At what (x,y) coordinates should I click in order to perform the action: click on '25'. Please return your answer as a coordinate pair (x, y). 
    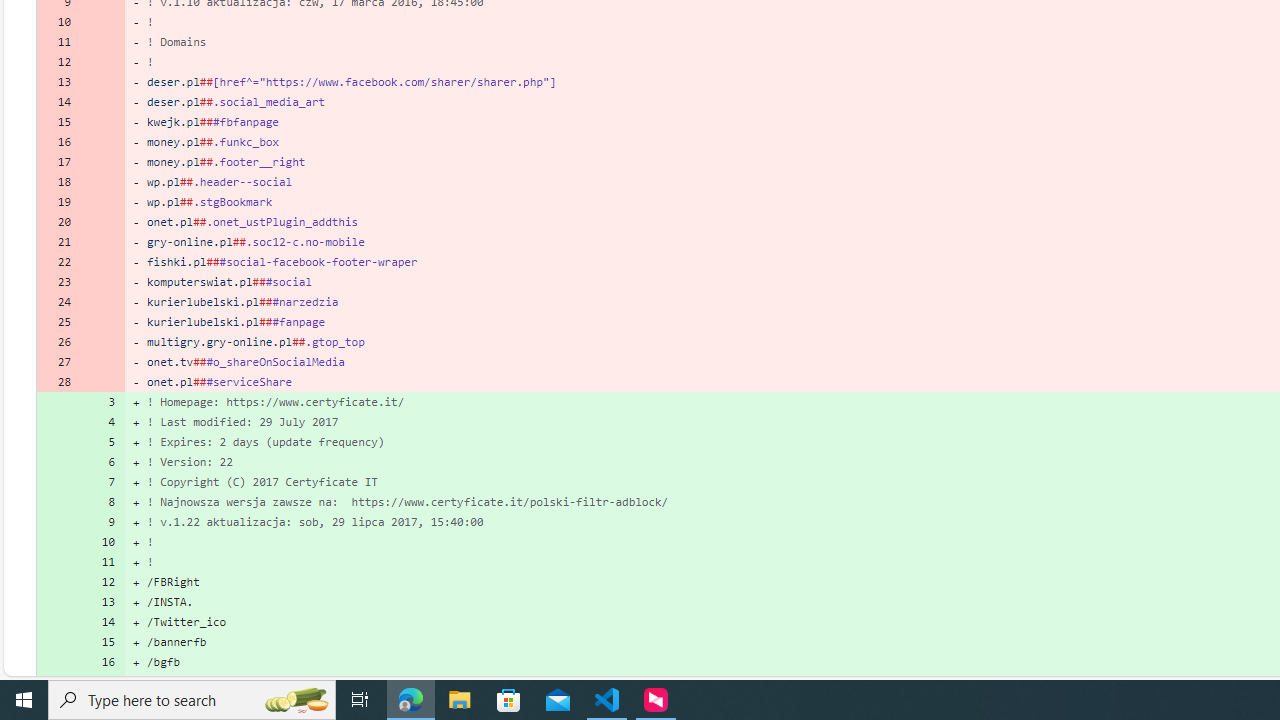
    Looking at the image, I should click on (58, 320).